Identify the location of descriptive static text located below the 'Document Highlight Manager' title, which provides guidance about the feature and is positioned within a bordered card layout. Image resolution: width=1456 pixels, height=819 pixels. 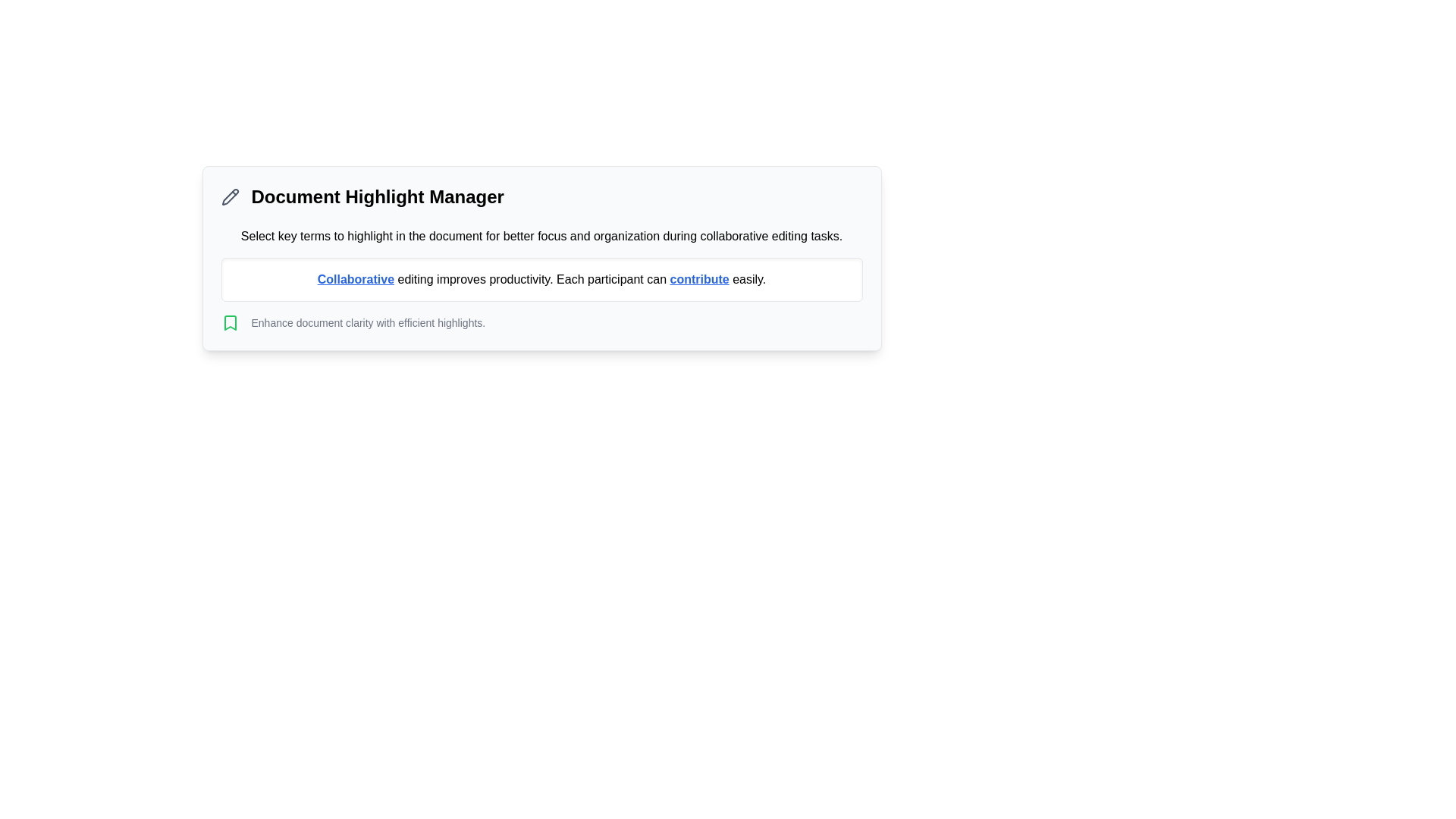
(541, 237).